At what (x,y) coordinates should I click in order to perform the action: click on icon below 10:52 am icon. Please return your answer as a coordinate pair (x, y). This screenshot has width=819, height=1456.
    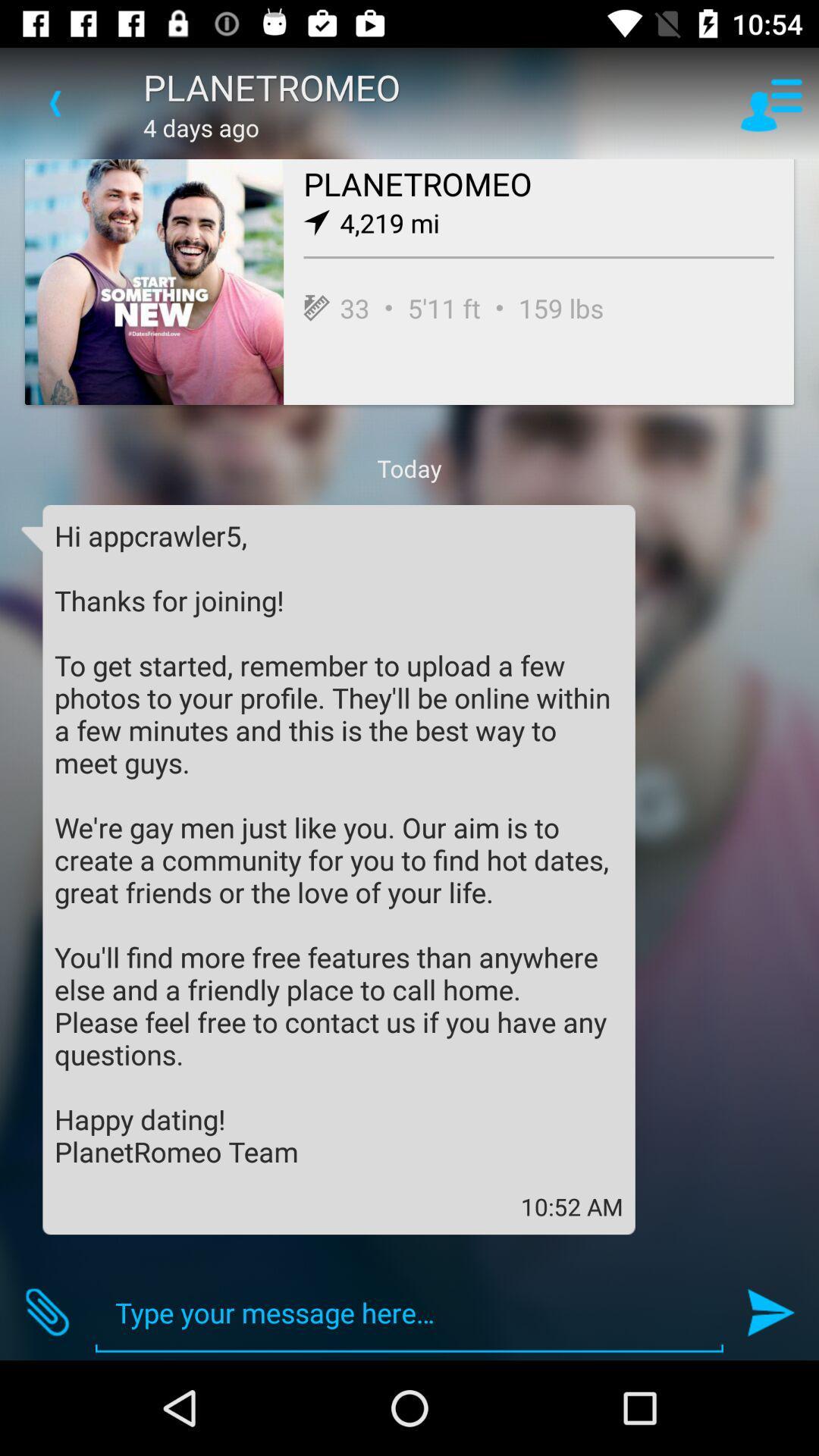
    Looking at the image, I should click on (409, 1312).